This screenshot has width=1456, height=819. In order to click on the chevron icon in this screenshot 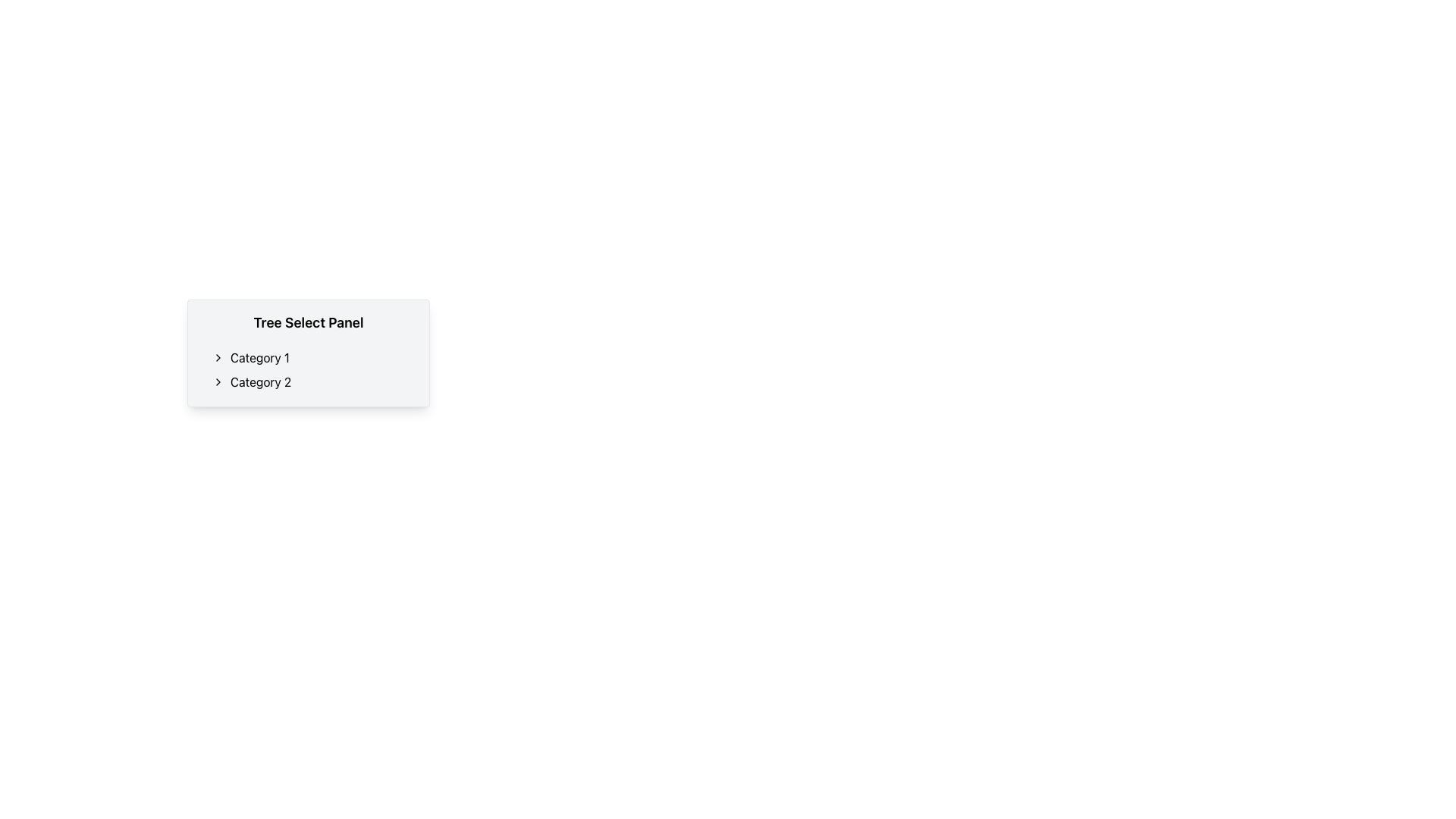, I will do `click(218, 357)`.